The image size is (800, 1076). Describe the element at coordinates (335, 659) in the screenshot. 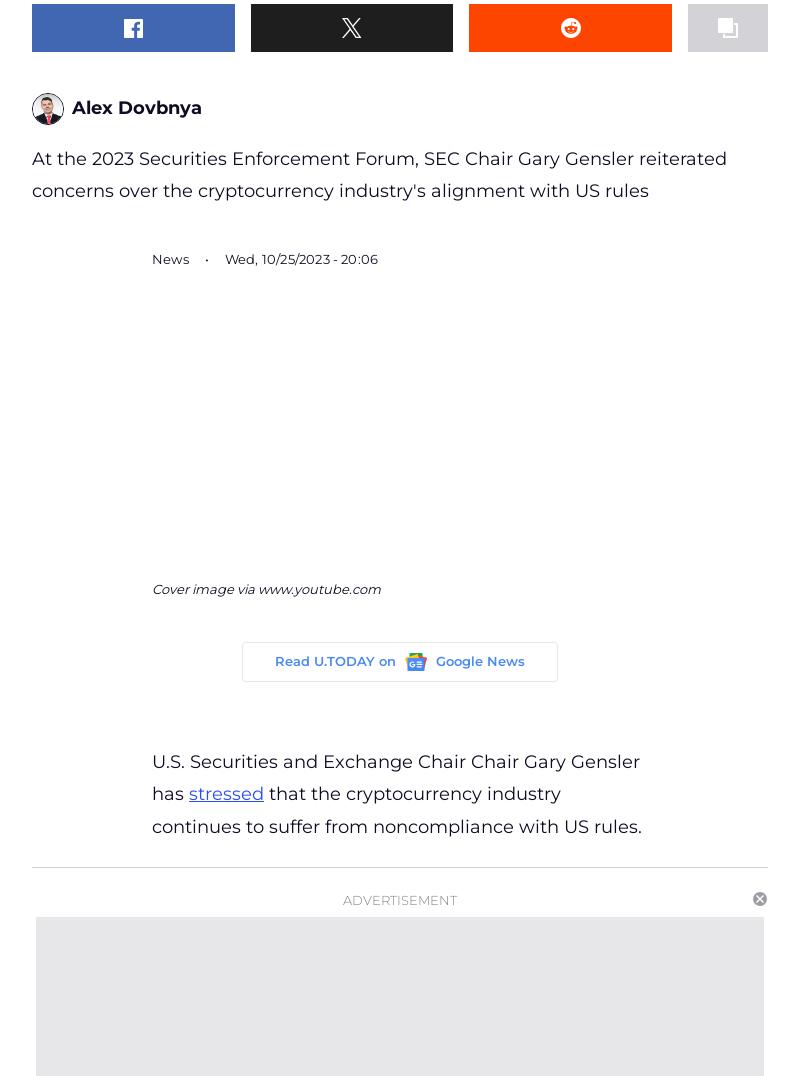

I see `'Read U.TODAY on'` at that location.